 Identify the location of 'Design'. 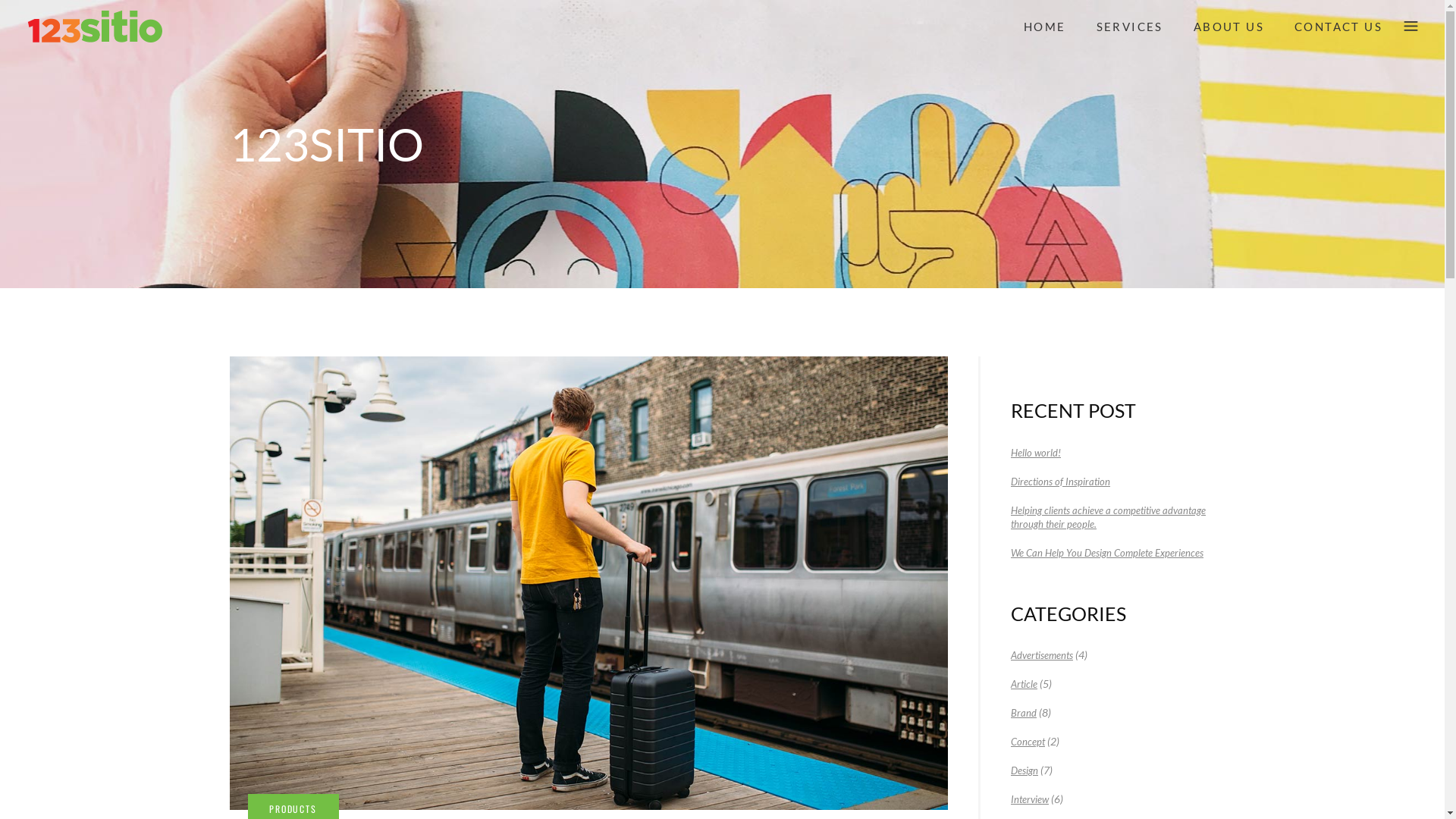
(1024, 770).